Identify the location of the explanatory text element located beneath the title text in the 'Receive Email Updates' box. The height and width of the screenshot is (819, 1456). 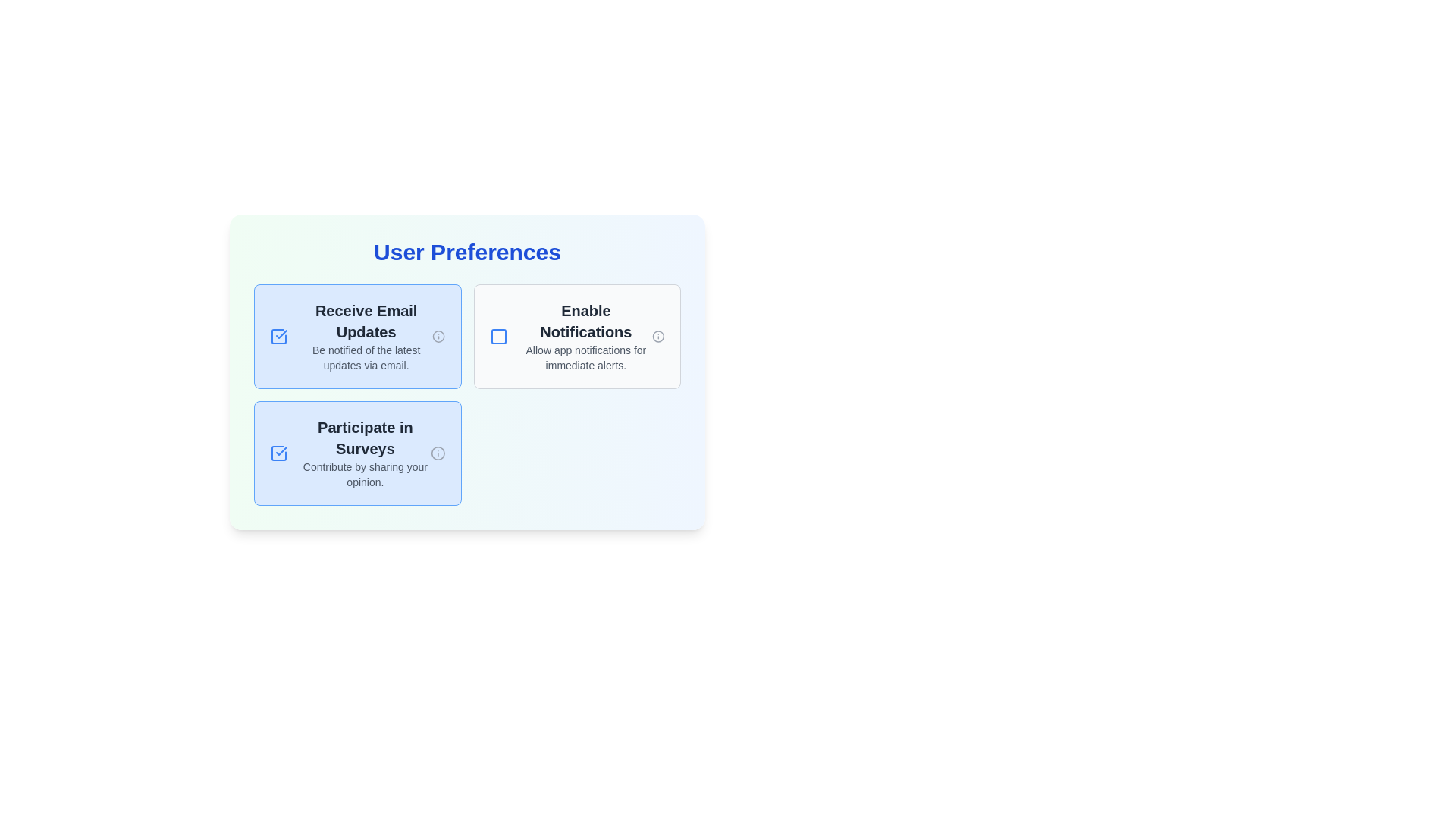
(366, 357).